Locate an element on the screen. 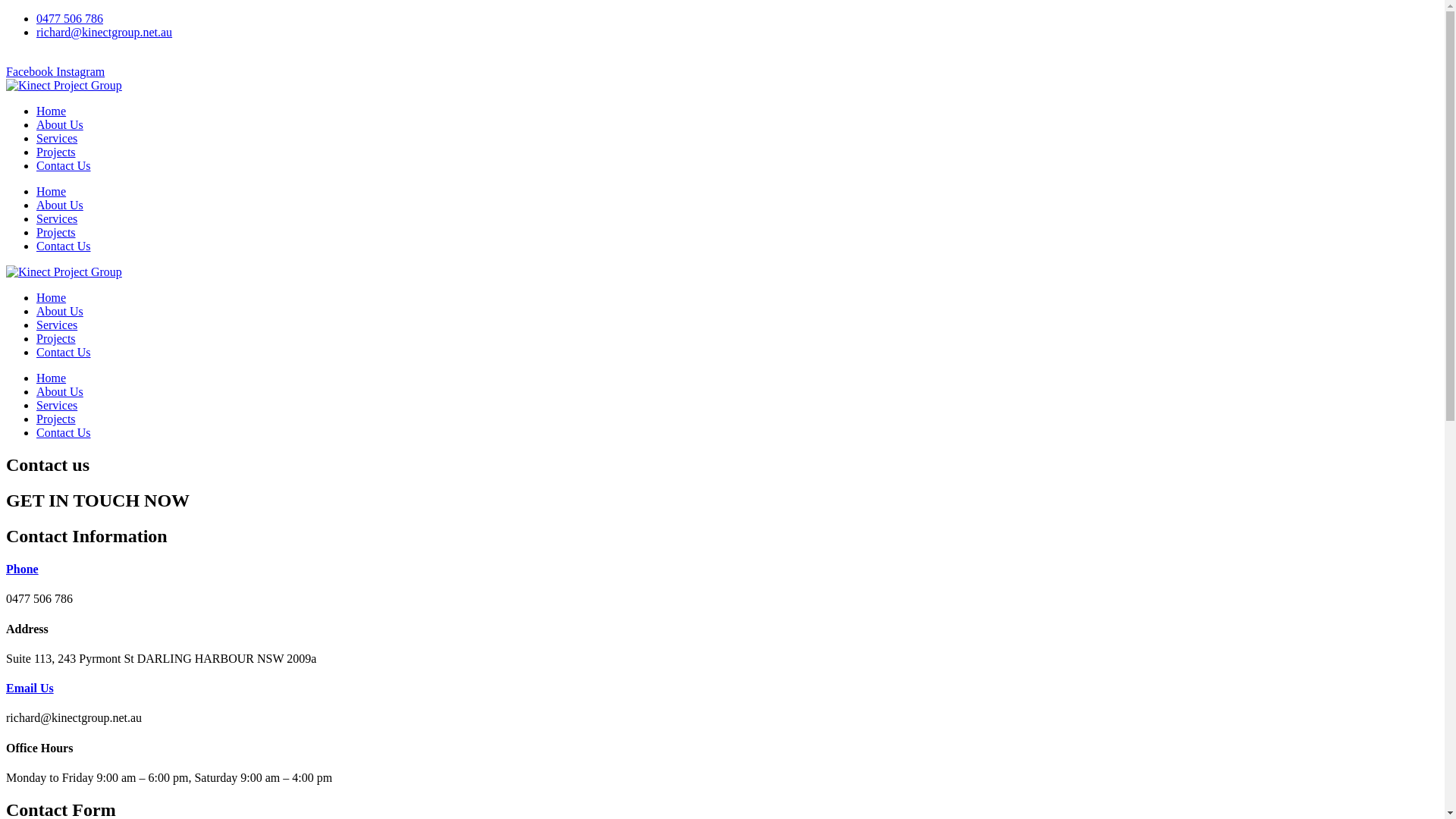 This screenshot has width=1456, height=819. 'Contact Us' is located at coordinates (62, 352).